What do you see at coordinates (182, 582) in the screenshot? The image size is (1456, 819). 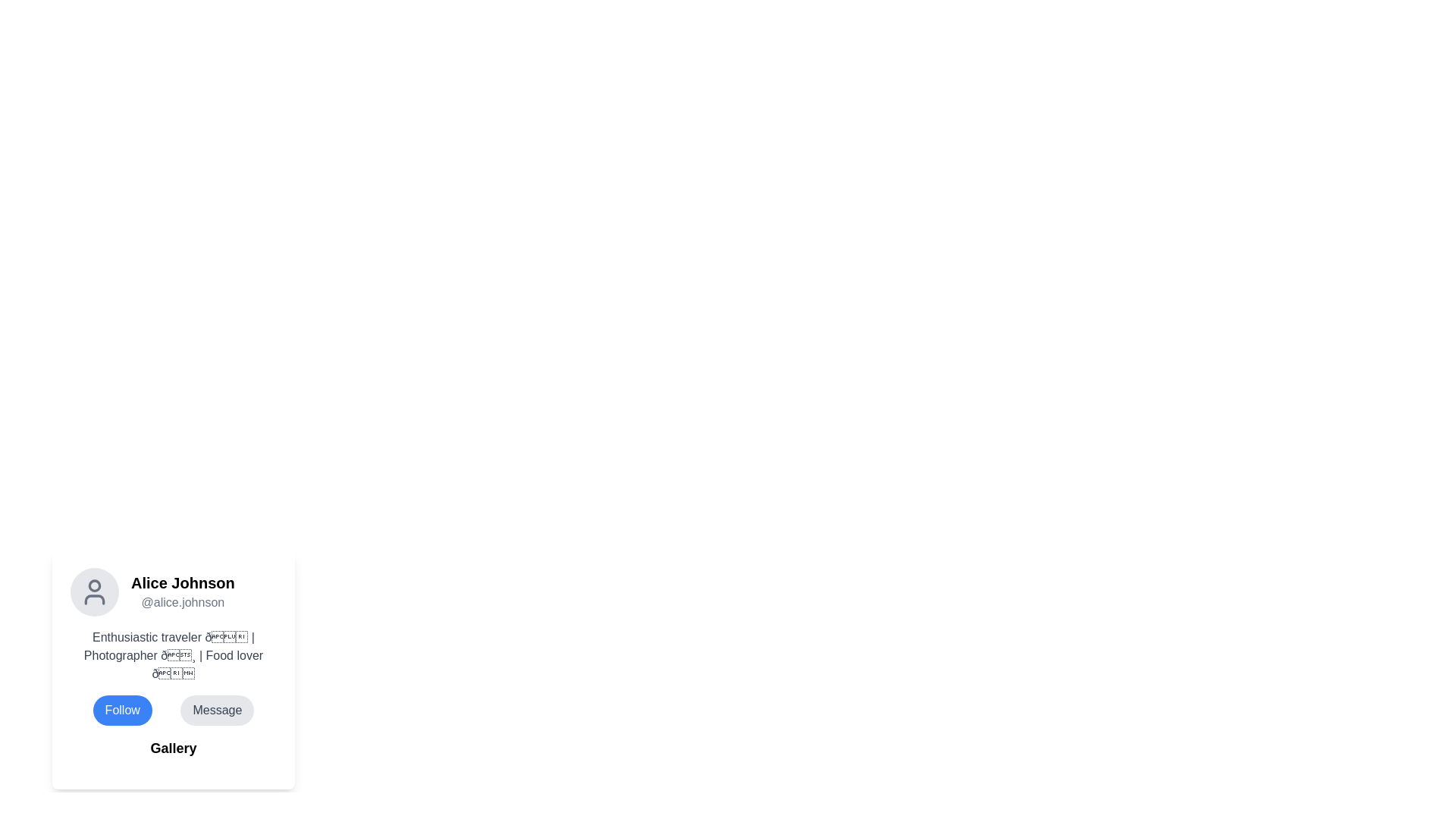 I see `the text label displaying the name 'Alice Johnson', which is formatted in bold and positioned at the beginning of the profile card section` at bounding box center [182, 582].